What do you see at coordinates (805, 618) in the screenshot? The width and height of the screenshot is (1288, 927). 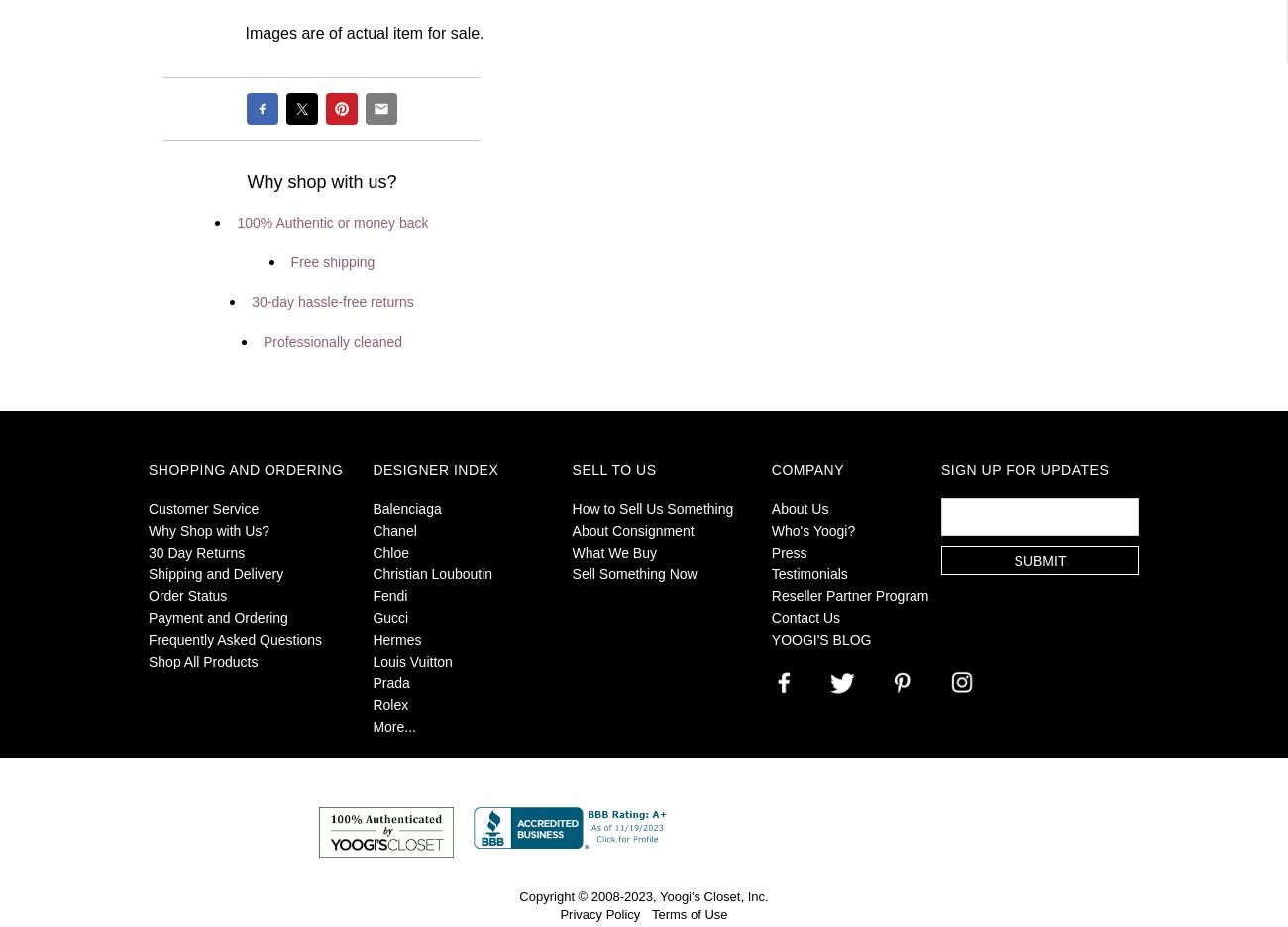 I see `'Contact Us'` at bounding box center [805, 618].